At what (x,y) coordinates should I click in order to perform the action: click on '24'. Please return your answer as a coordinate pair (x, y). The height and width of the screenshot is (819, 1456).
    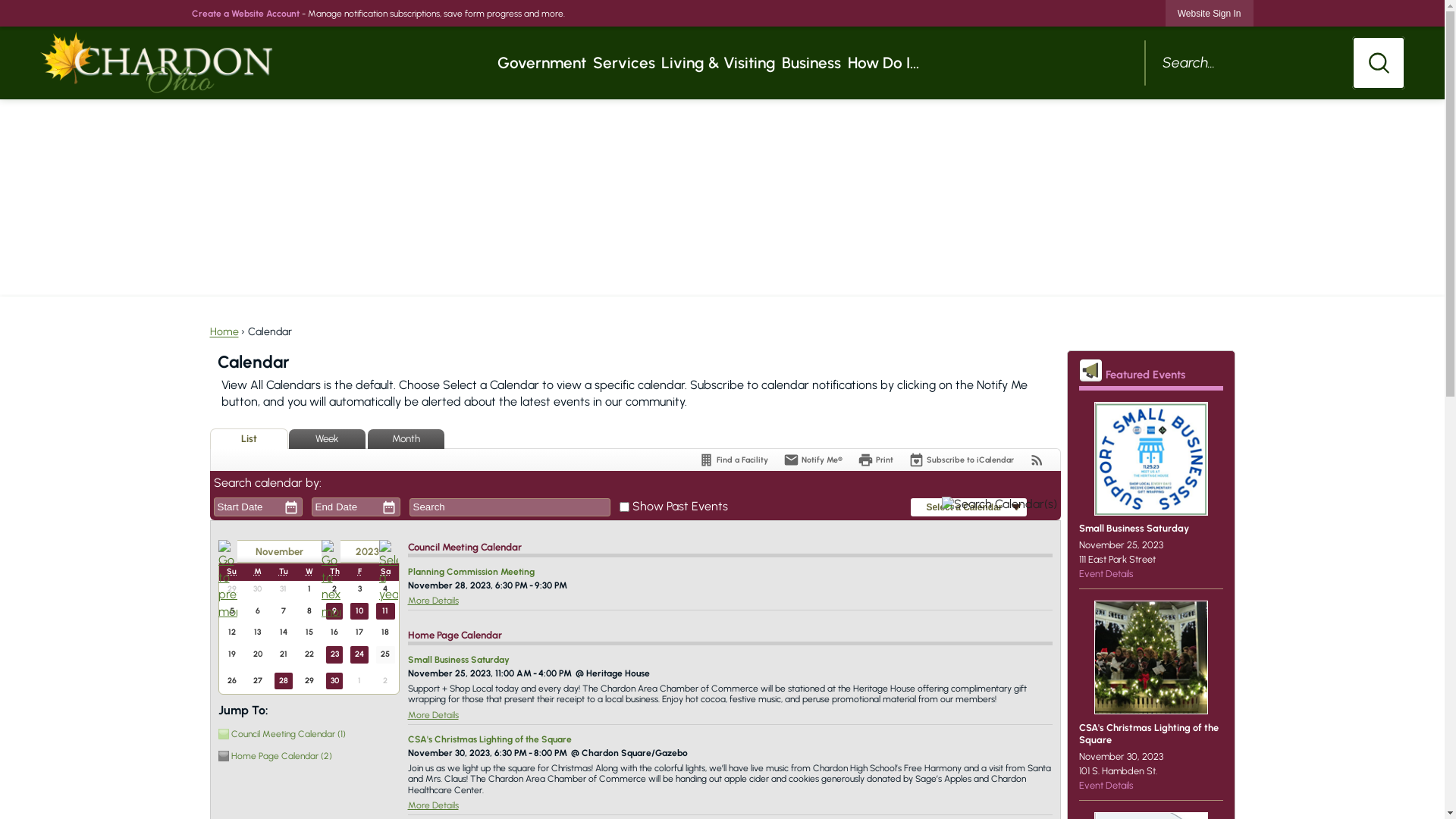
    Looking at the image, I should click on (359, 654).